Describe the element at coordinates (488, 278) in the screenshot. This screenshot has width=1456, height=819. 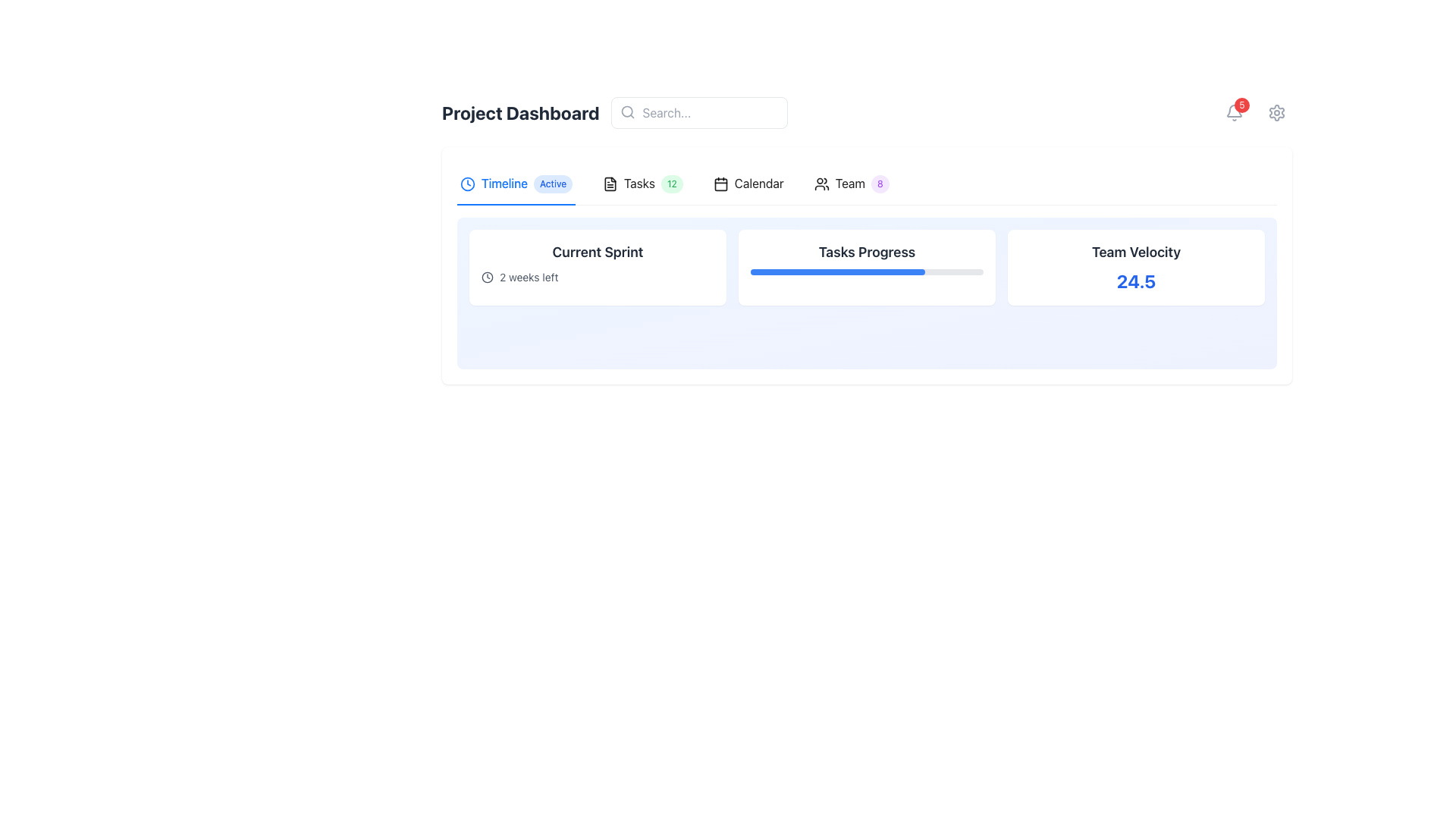
I see `the clock icon located in the 'Current Sprint' card, which indicates a time-based deadline and is positioned adjacent to the text '2 weeks left'` at that location.